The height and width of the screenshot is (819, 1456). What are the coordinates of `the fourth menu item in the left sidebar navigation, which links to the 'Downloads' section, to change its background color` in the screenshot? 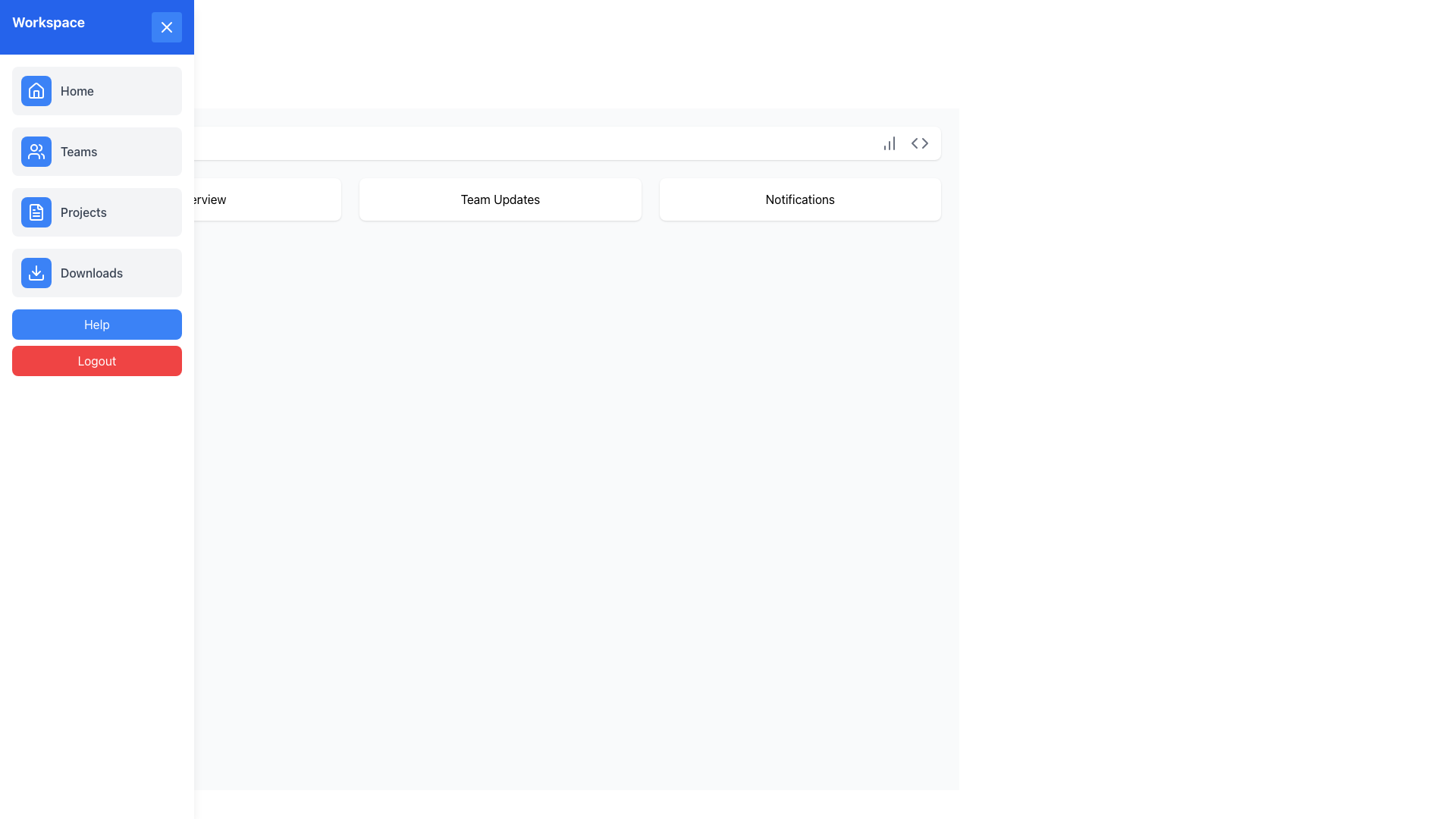 It's located at (96, 271).